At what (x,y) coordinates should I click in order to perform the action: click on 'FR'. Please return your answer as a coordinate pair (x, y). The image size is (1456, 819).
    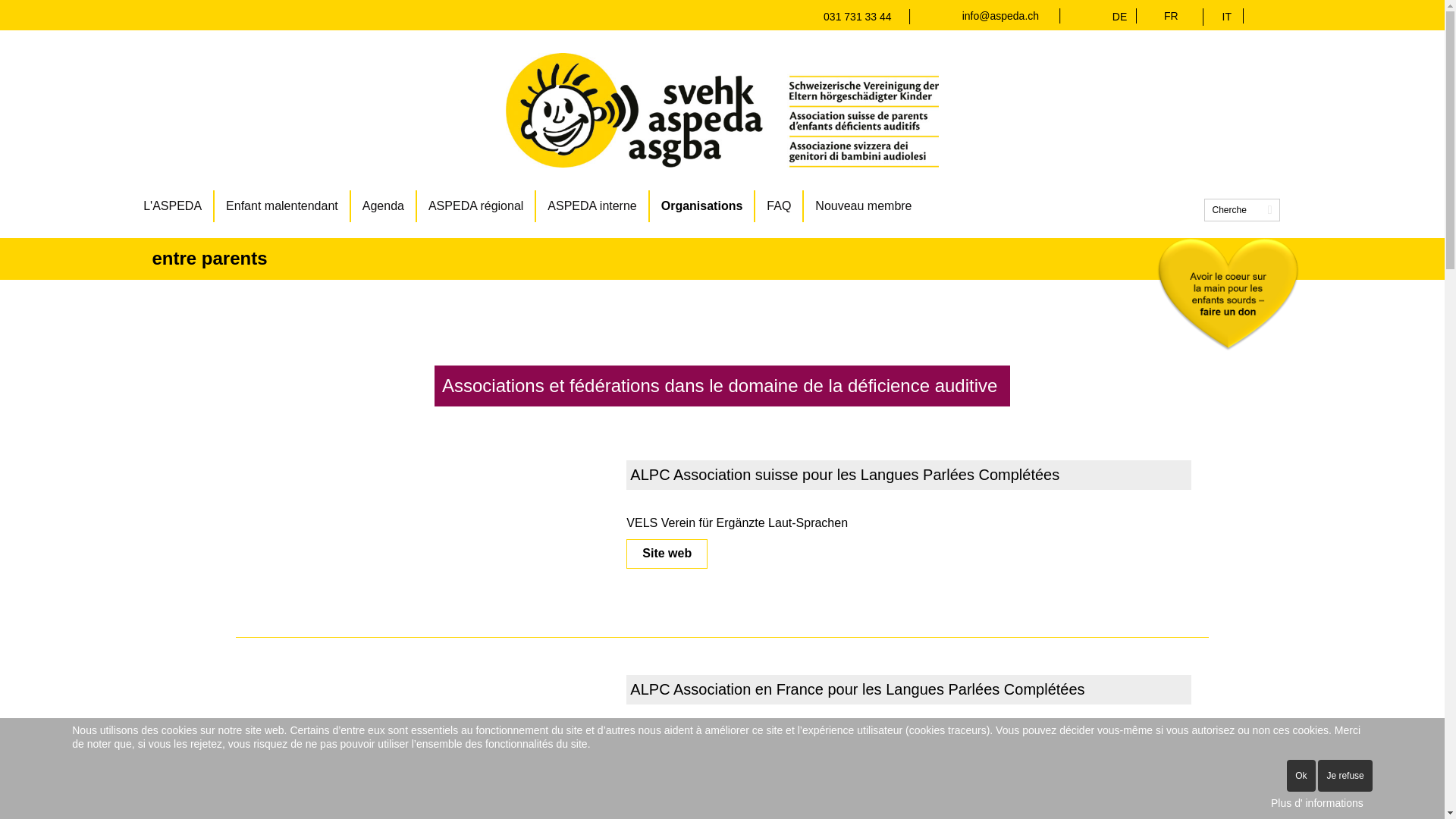
    Looking at the image, I should click on (1170, 15).